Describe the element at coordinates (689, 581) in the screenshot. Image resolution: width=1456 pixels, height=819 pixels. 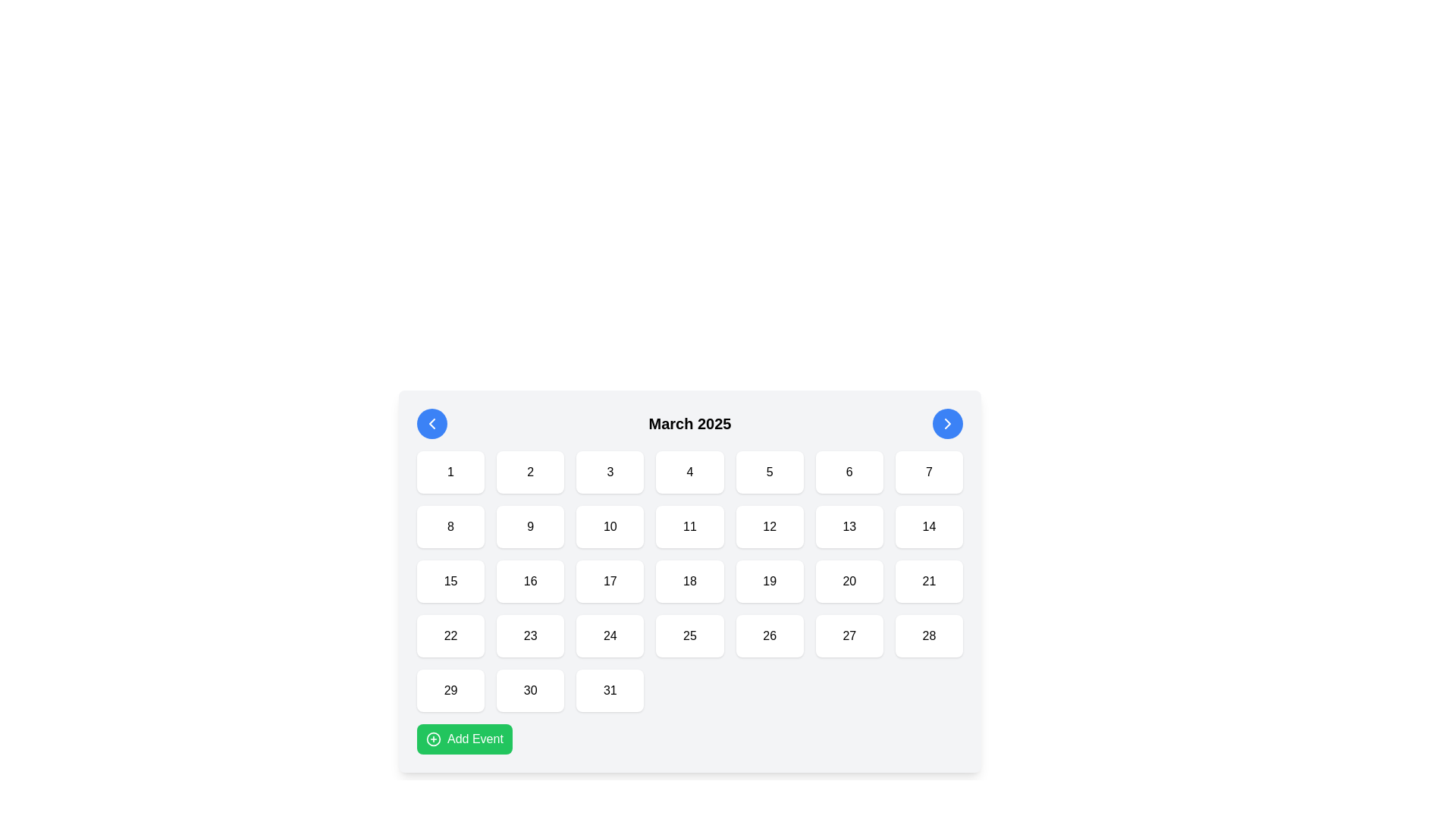
I see `the button representing the 18th day of the month in the calendar interface` at that location.